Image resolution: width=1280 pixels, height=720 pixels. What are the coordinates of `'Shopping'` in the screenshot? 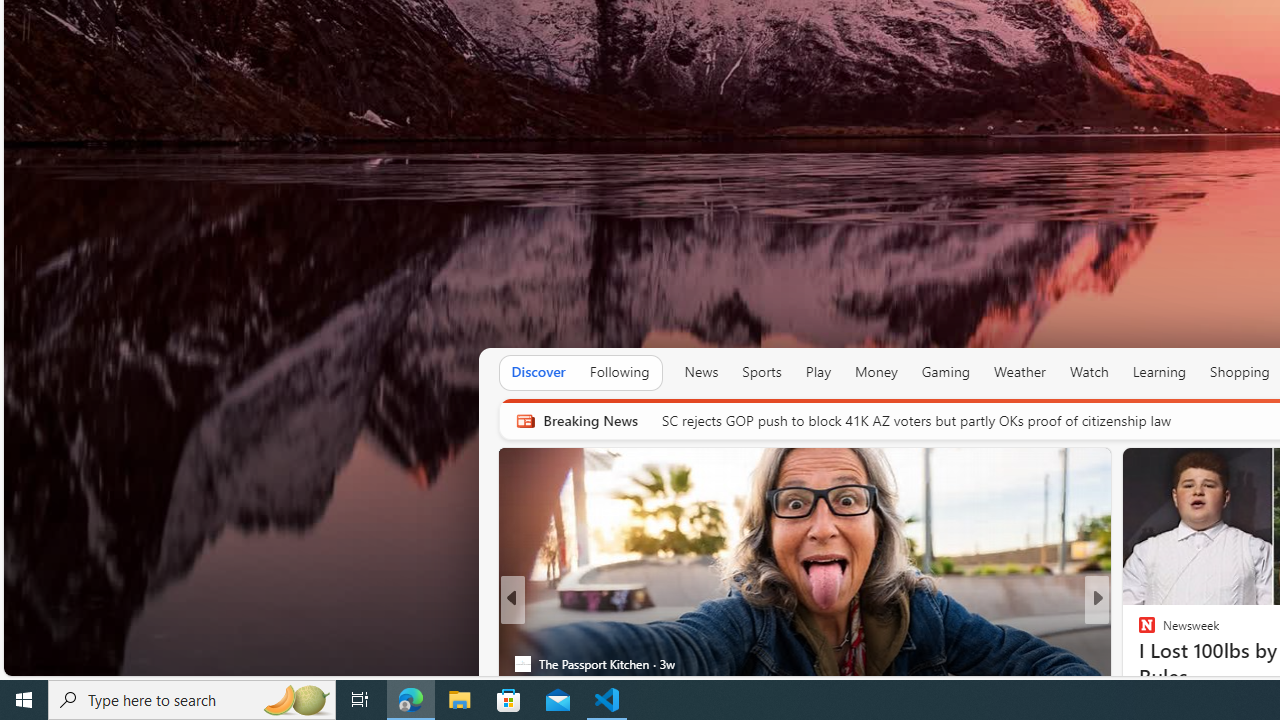 It's located at (1239, 371).